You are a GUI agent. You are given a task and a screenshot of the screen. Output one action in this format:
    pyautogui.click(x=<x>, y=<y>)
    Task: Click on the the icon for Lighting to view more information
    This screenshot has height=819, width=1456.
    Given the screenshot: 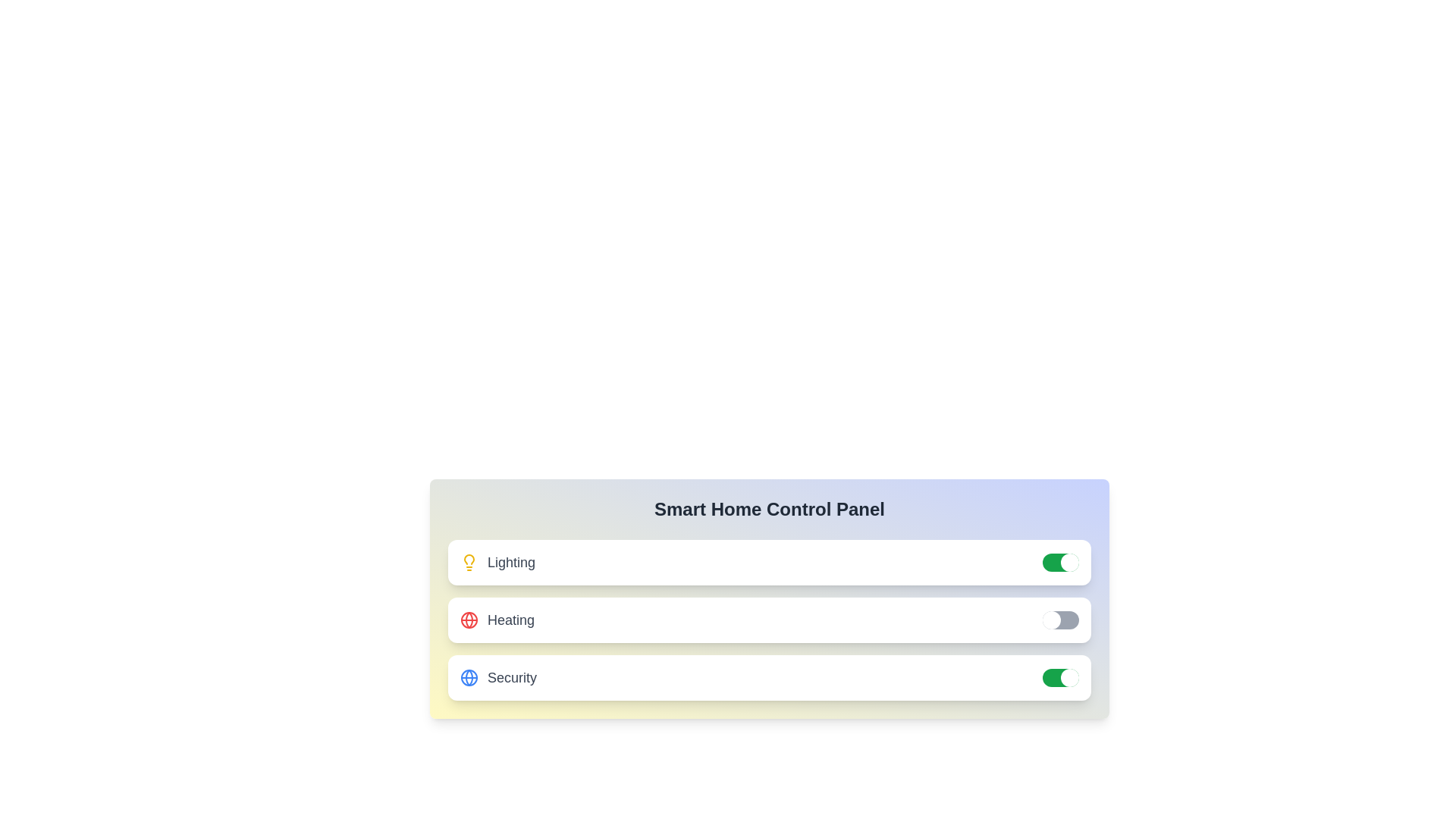 What is the action you would take?
    pyautogui.click(x=469, y=562)
    